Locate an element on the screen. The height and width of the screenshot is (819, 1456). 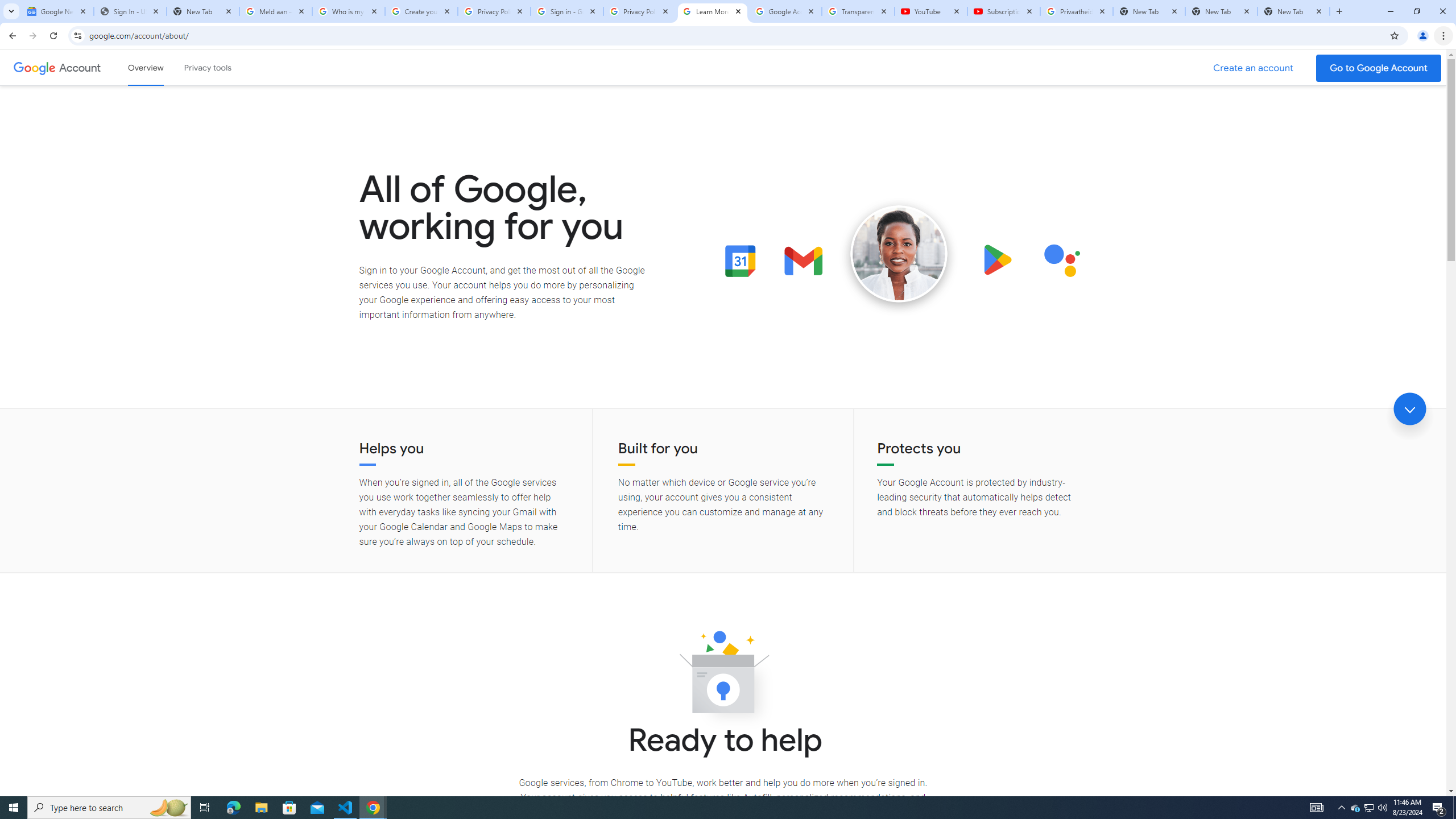
'YouTube' is located at coordinates (930, 11).